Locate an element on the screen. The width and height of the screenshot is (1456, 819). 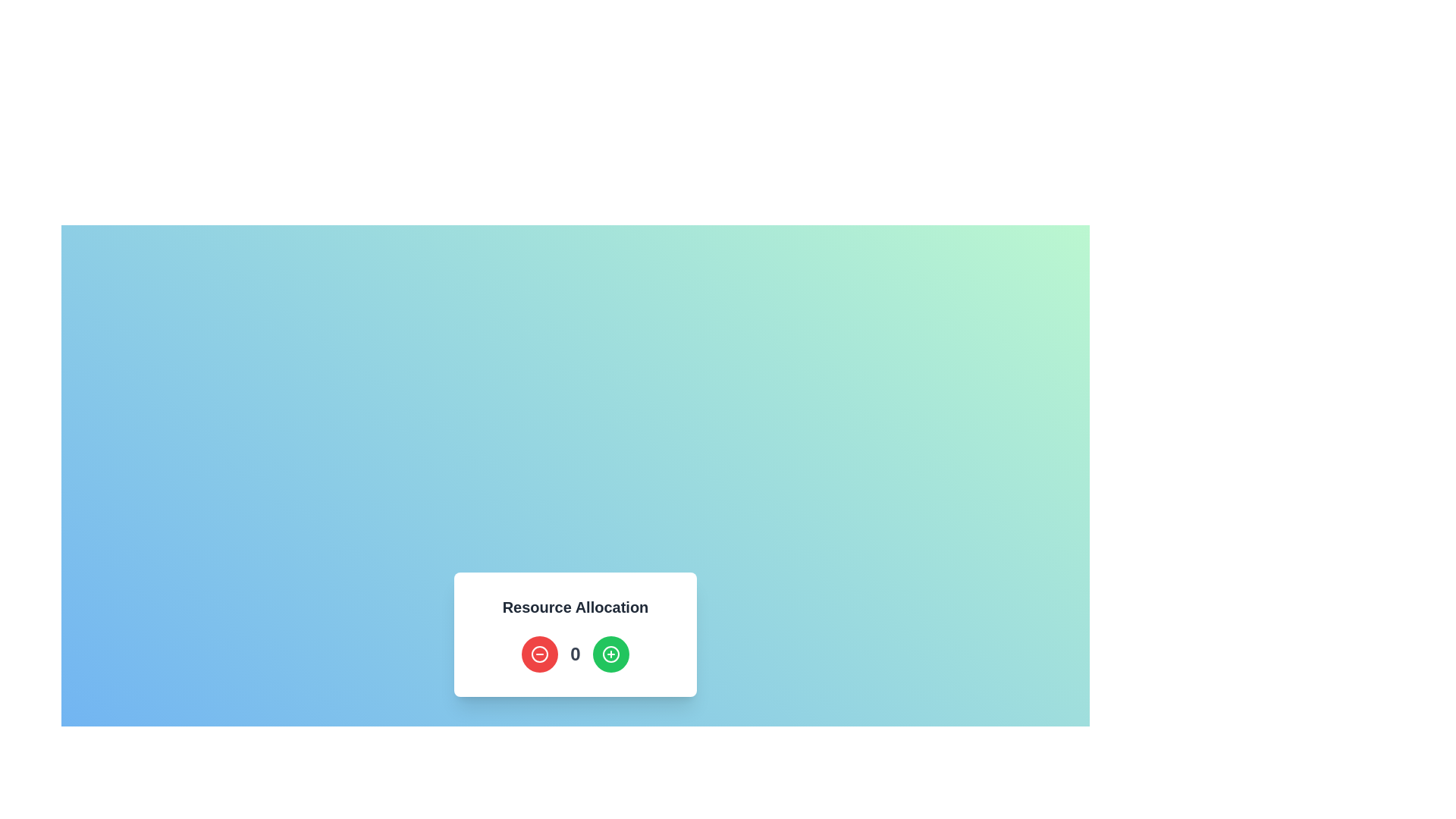
the value of the numeric display labeled '0', which is styled in a bold gray font and positioned centrally between a red minus button and a green plus button within the 'Resource Allocation' card is located at coordinates (574, 654).